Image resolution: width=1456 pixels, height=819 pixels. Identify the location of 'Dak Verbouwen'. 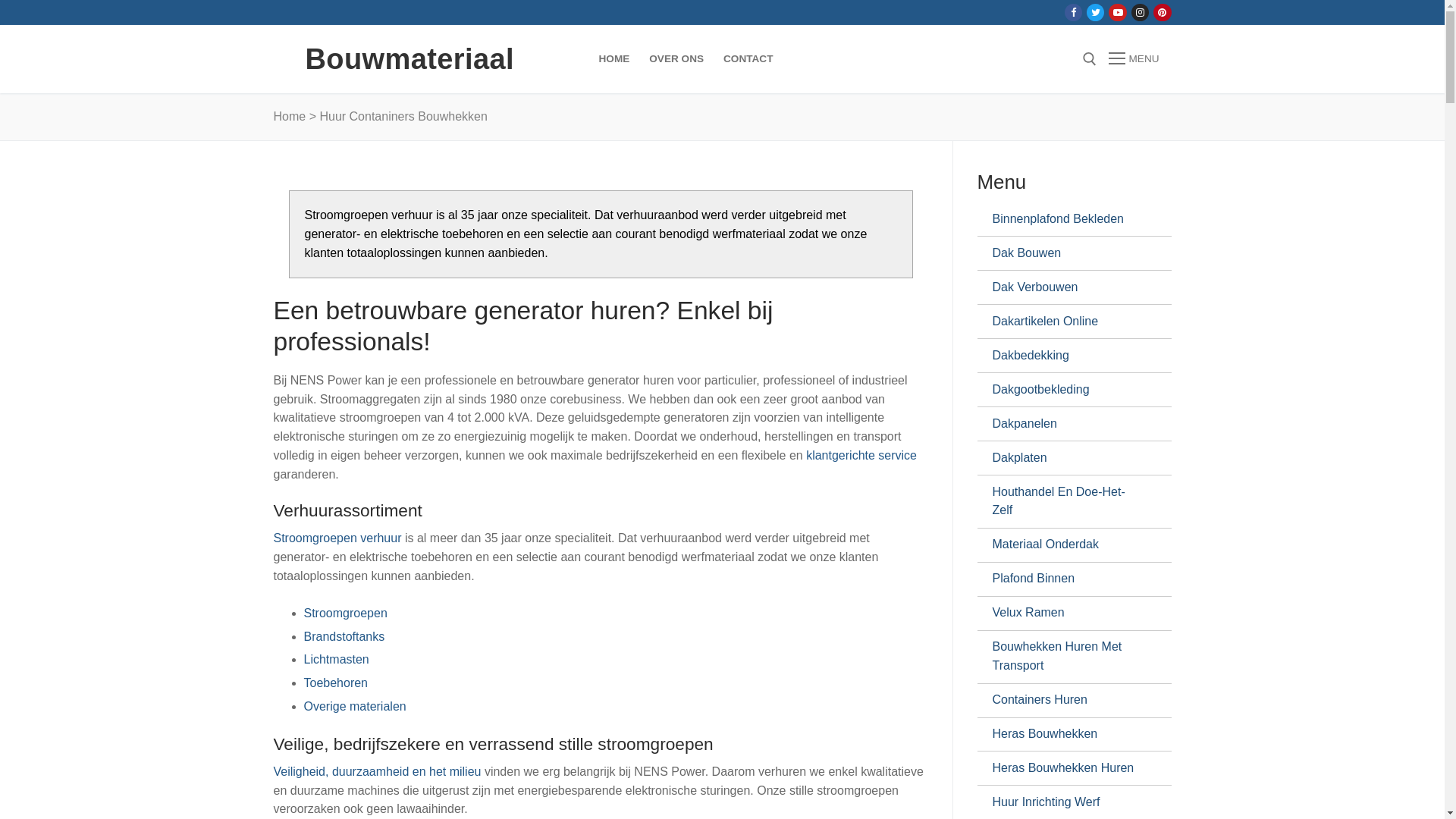
(1066, 287).